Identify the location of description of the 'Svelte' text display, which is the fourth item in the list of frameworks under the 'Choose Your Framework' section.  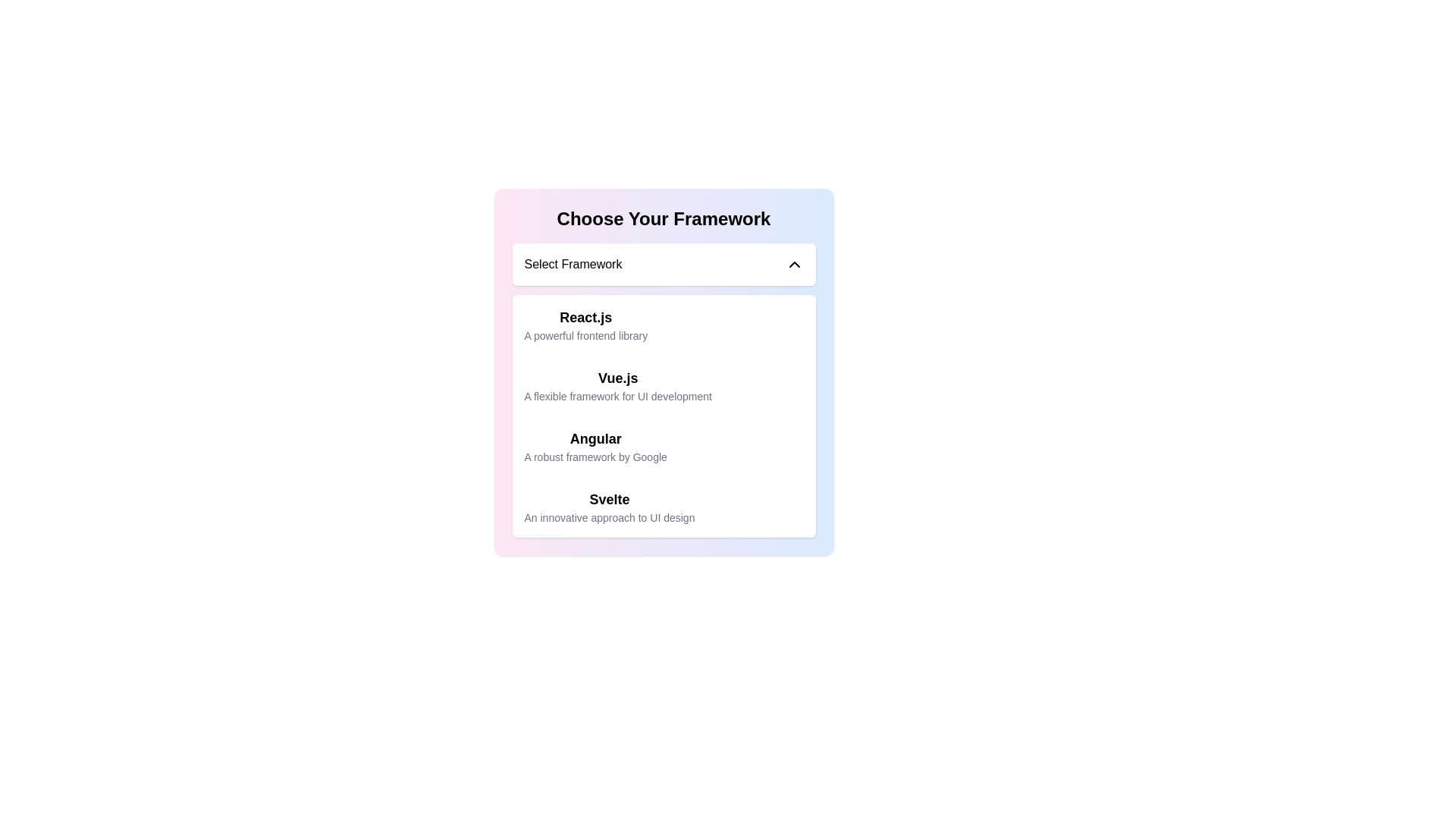
(609, 507).